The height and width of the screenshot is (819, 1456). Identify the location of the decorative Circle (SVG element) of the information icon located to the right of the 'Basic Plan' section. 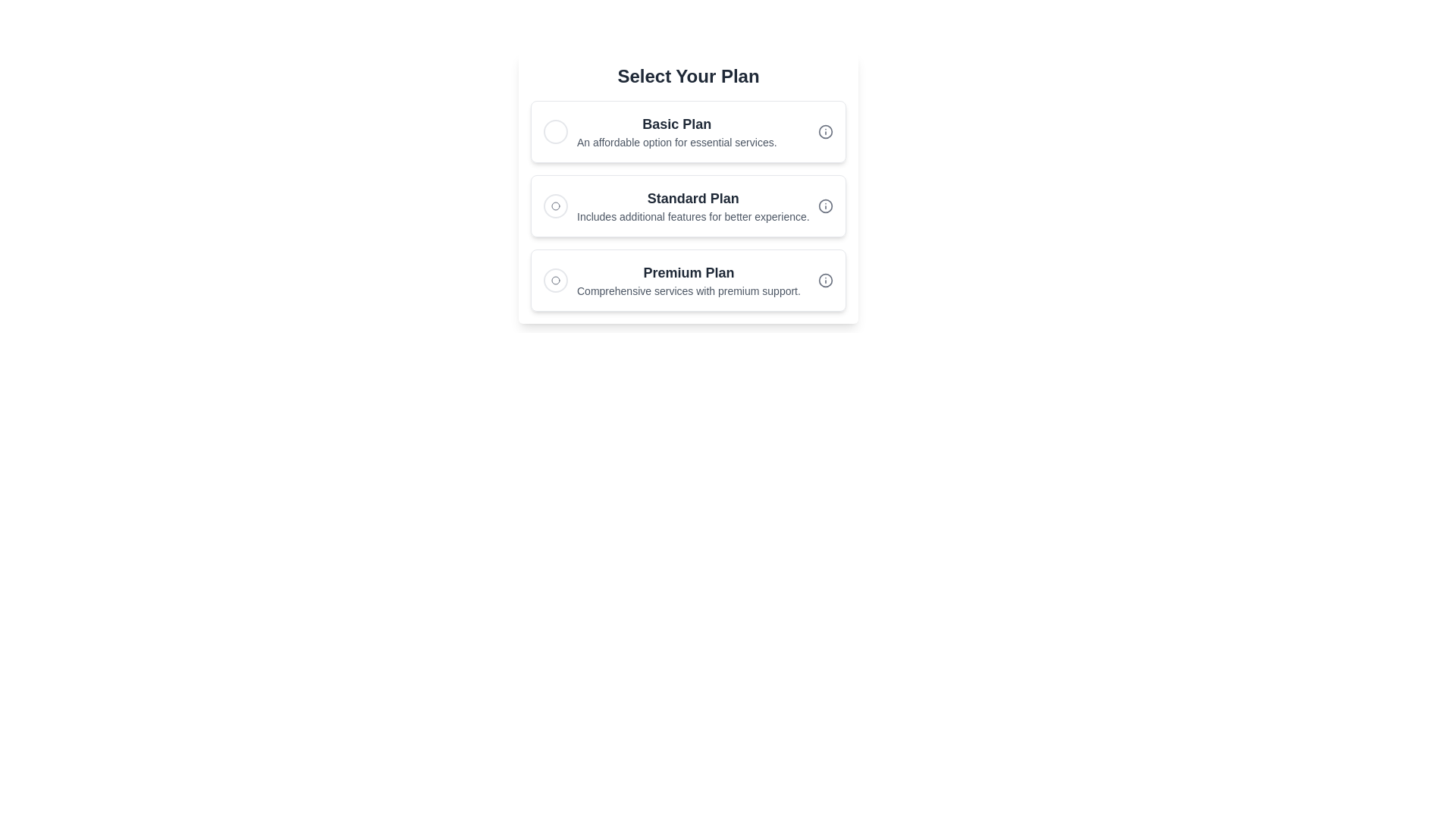
(825, 130).